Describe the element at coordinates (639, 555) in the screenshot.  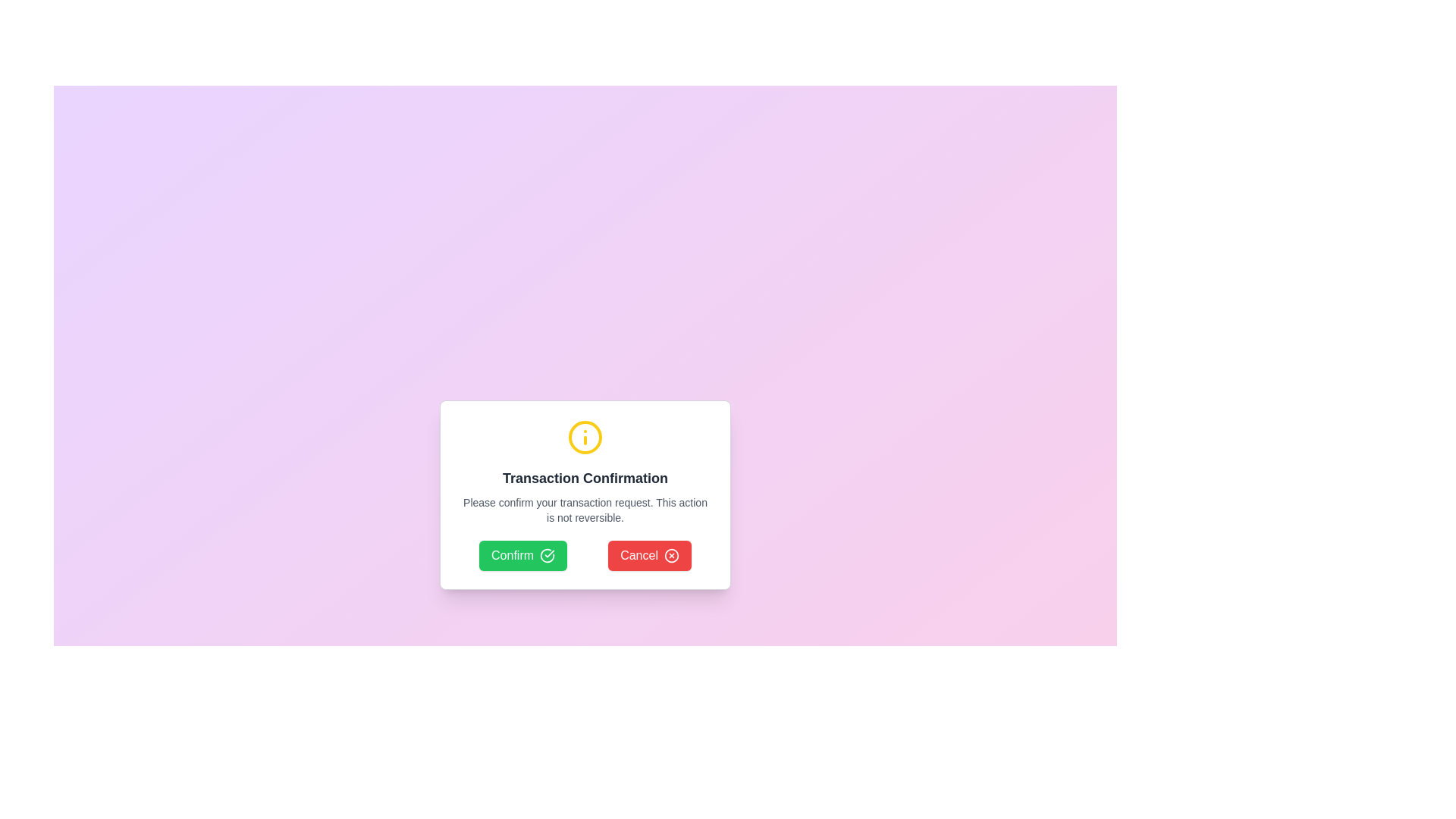
I see `the 'Cancel' button in the confirmation modal` at that location.